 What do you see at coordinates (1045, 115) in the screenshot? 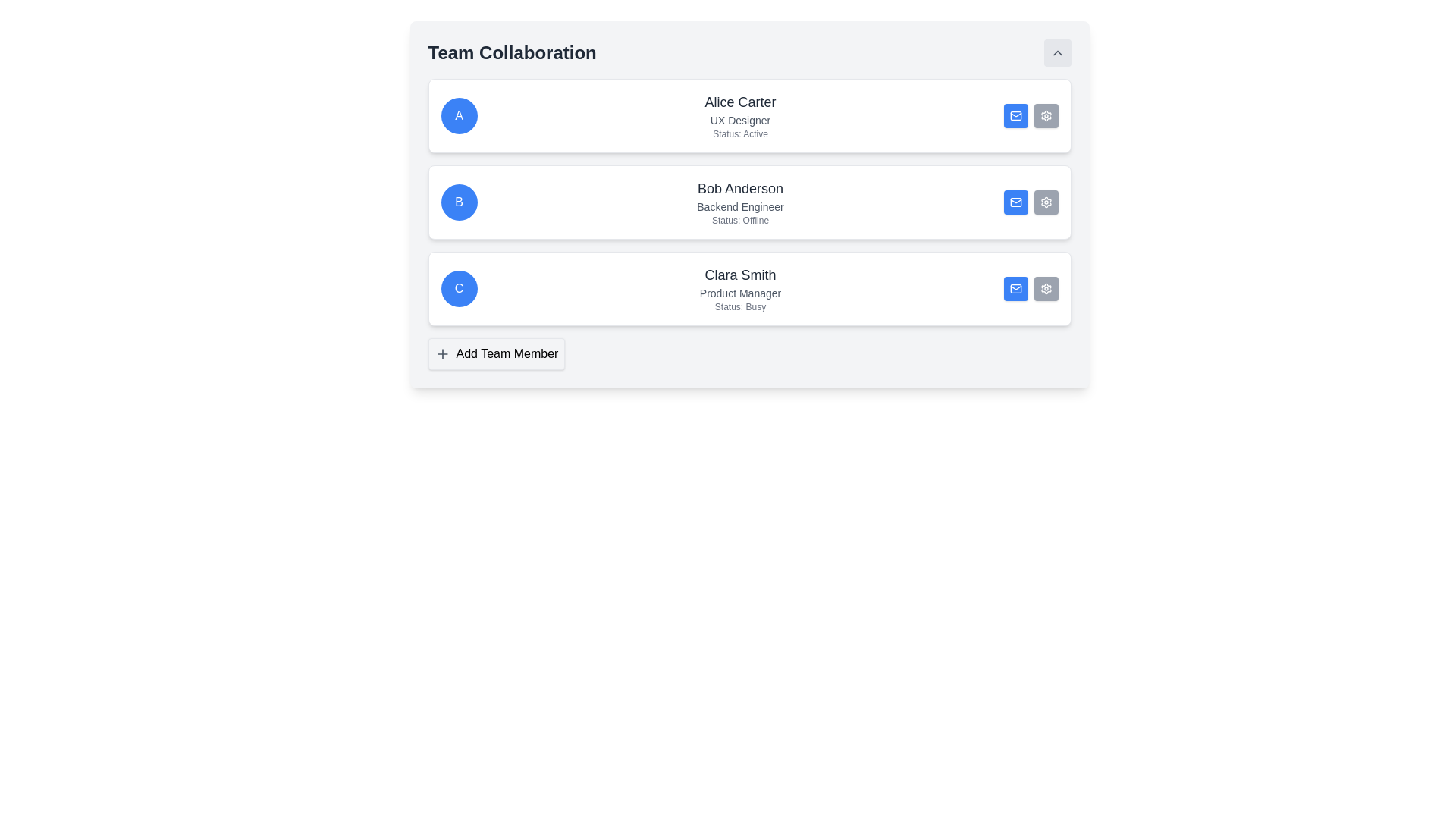
I see `the configuration settings icon located in the top-right corner of the first user panel` at bounding box center [1045, 115].